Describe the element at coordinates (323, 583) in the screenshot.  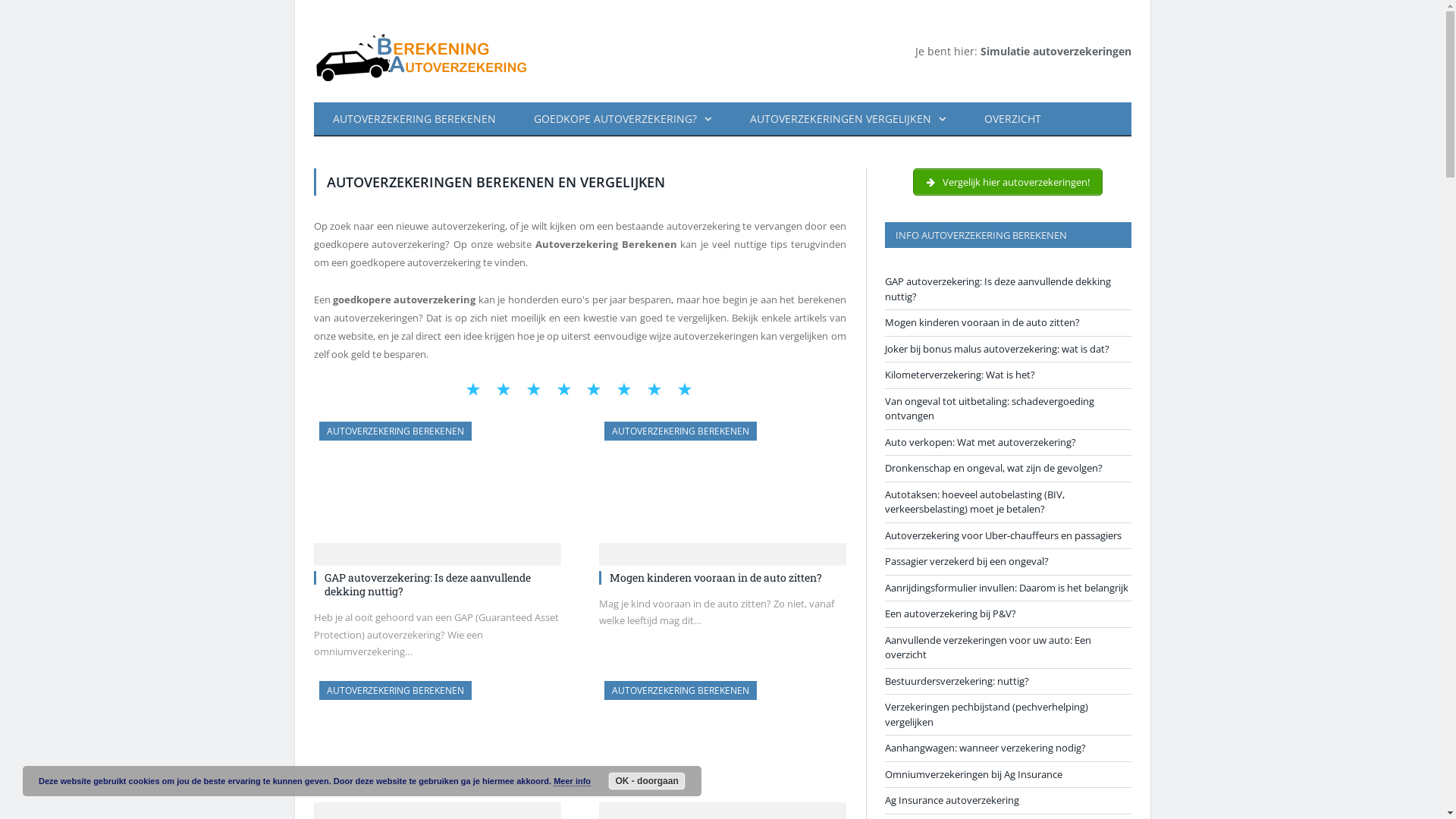
I see `'GAP autoverzekering: Is deze aanvullende dekking nuttig?'` at that location.